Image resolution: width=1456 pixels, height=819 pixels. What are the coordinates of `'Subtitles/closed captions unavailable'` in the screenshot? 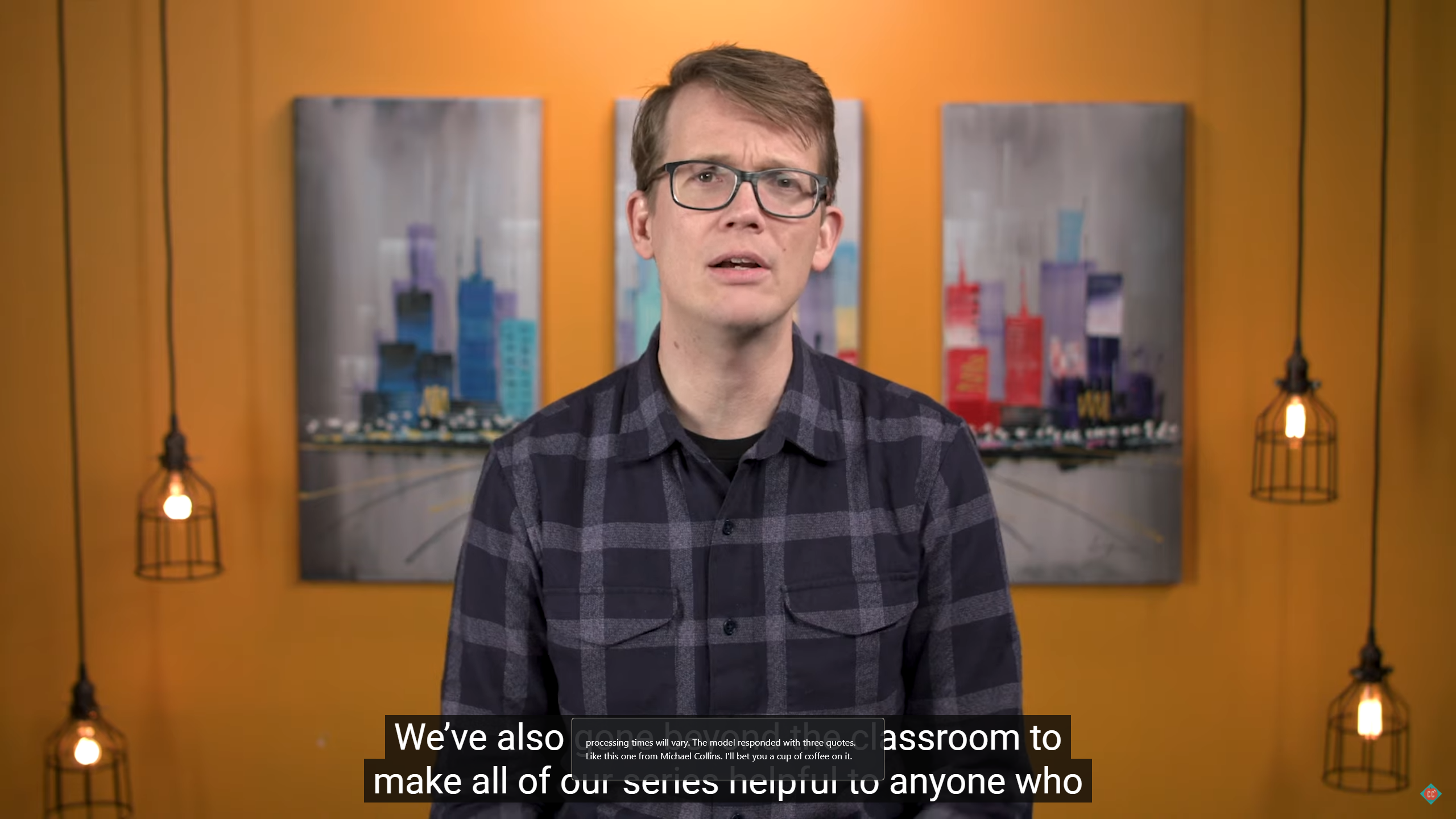 It's located at (1365, 803).